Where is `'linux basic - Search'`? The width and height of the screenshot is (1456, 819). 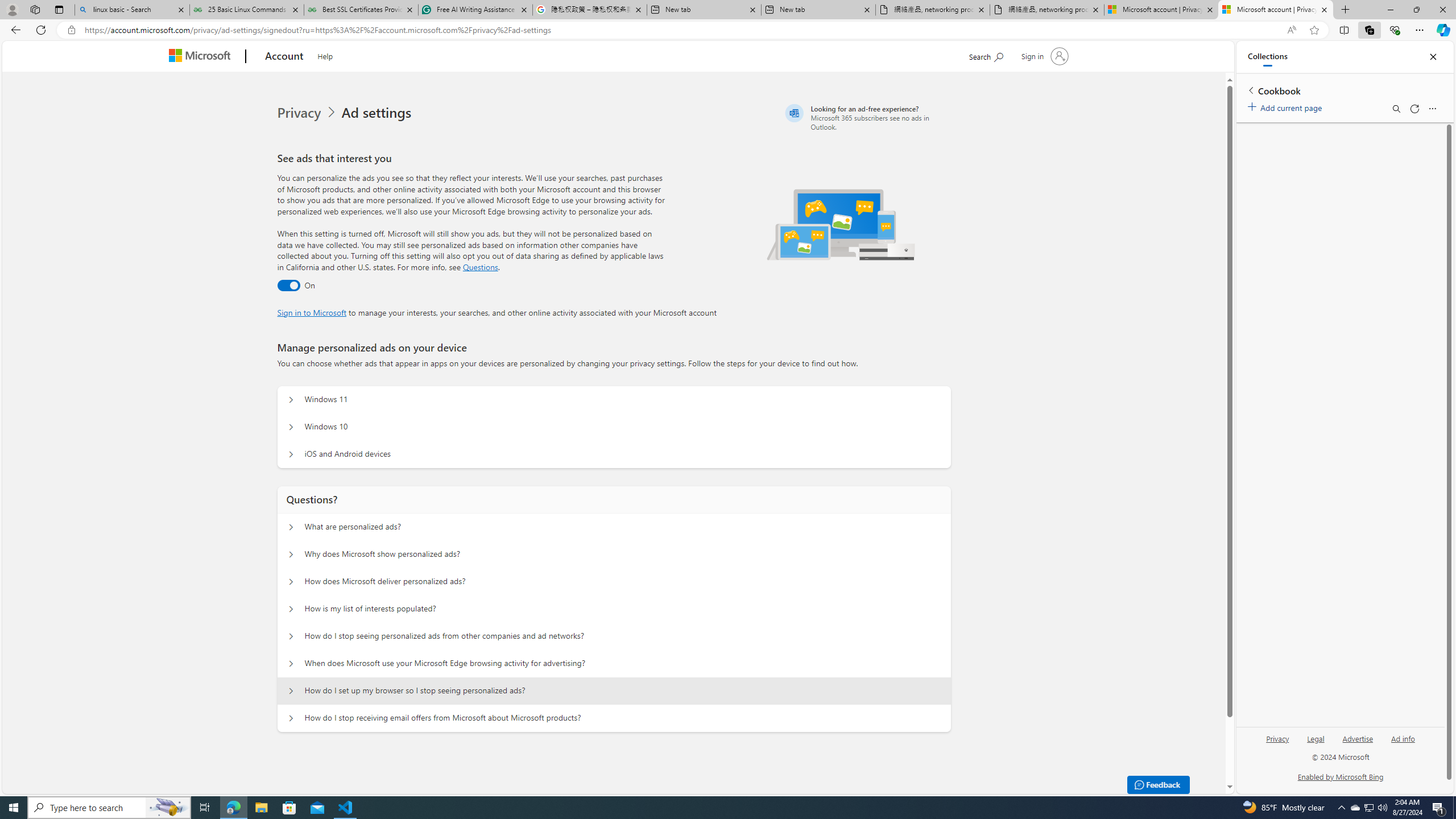
'linux basic - Search' is located at coordinates (132, 9).